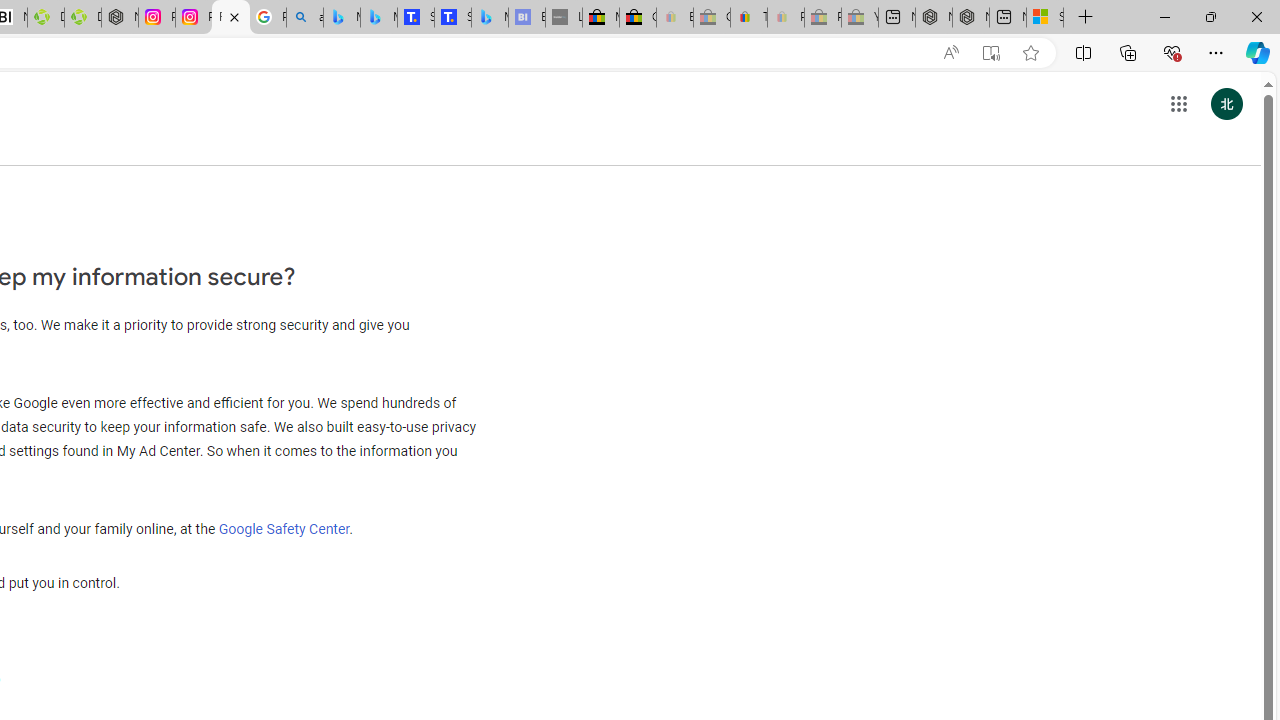 The height and width of the screenshot is (720, 1280). I want to click on 'Payments Terms of Use | eBay.com - Sleeping', so click(784, 17).